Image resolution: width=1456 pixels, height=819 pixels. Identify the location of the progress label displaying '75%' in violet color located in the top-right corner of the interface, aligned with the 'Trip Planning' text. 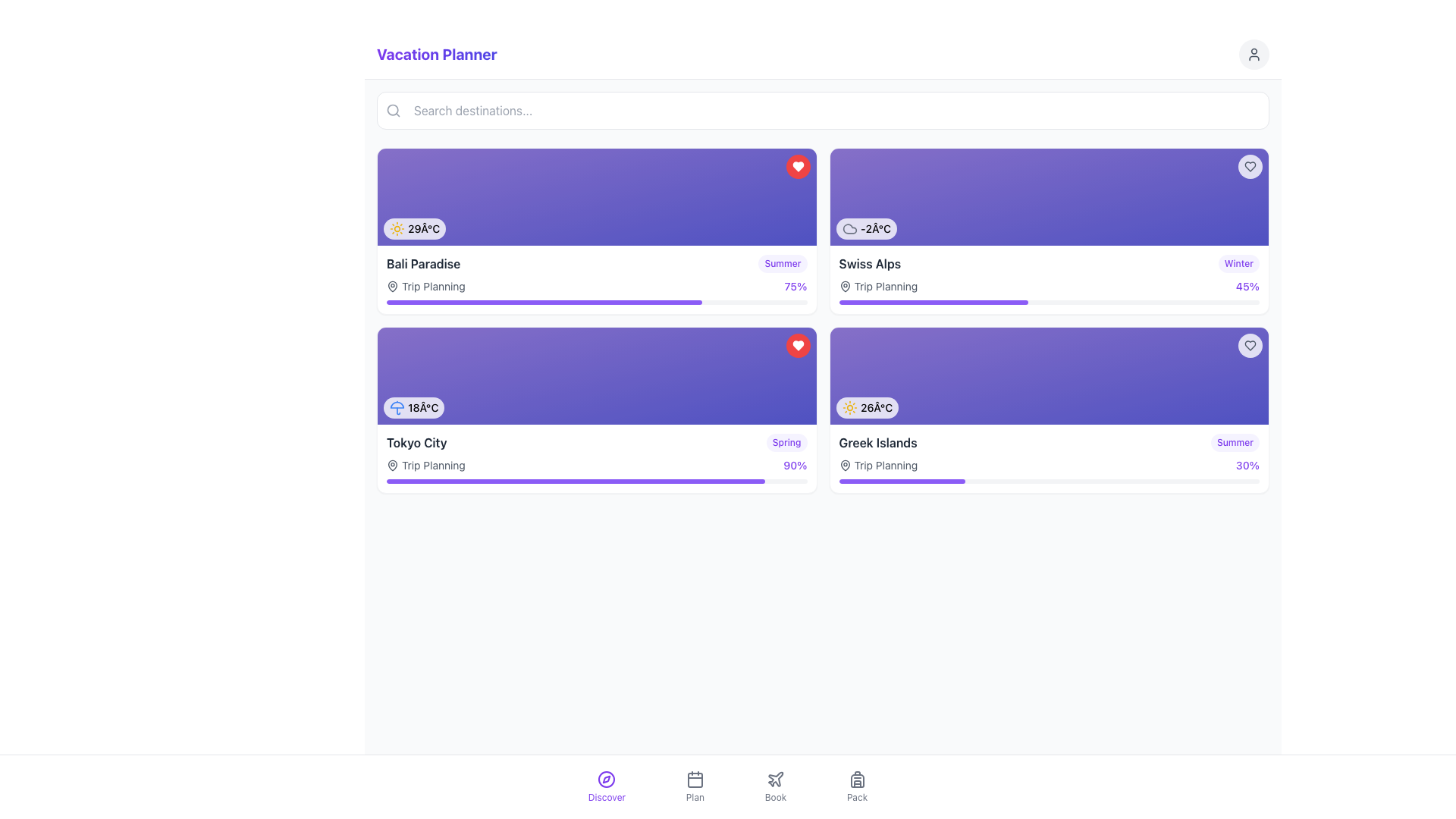
(795, 287).